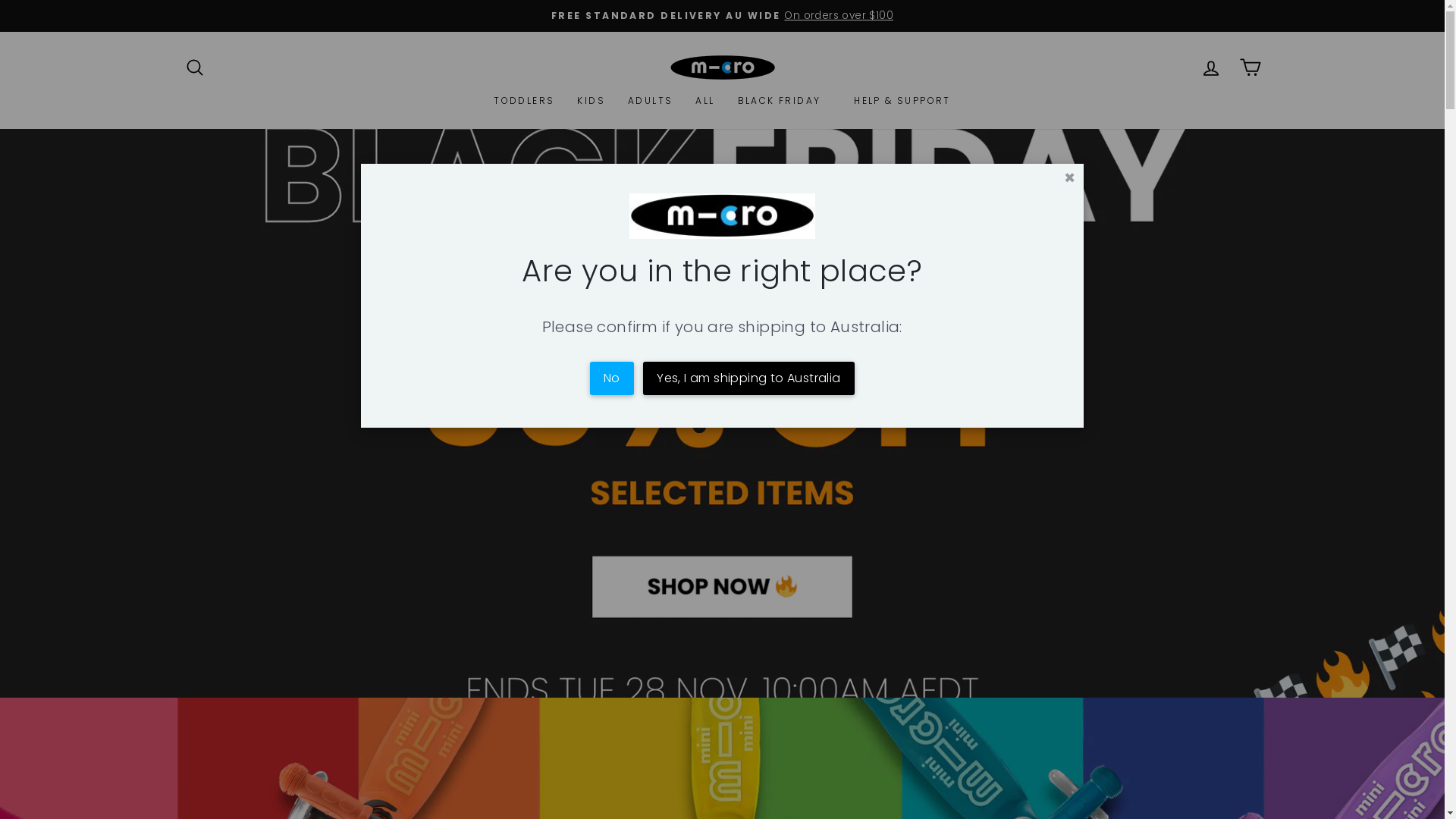 This screenshot has width=1456, height=819. I want to click on 'TODDLERS', so click(524, 100).